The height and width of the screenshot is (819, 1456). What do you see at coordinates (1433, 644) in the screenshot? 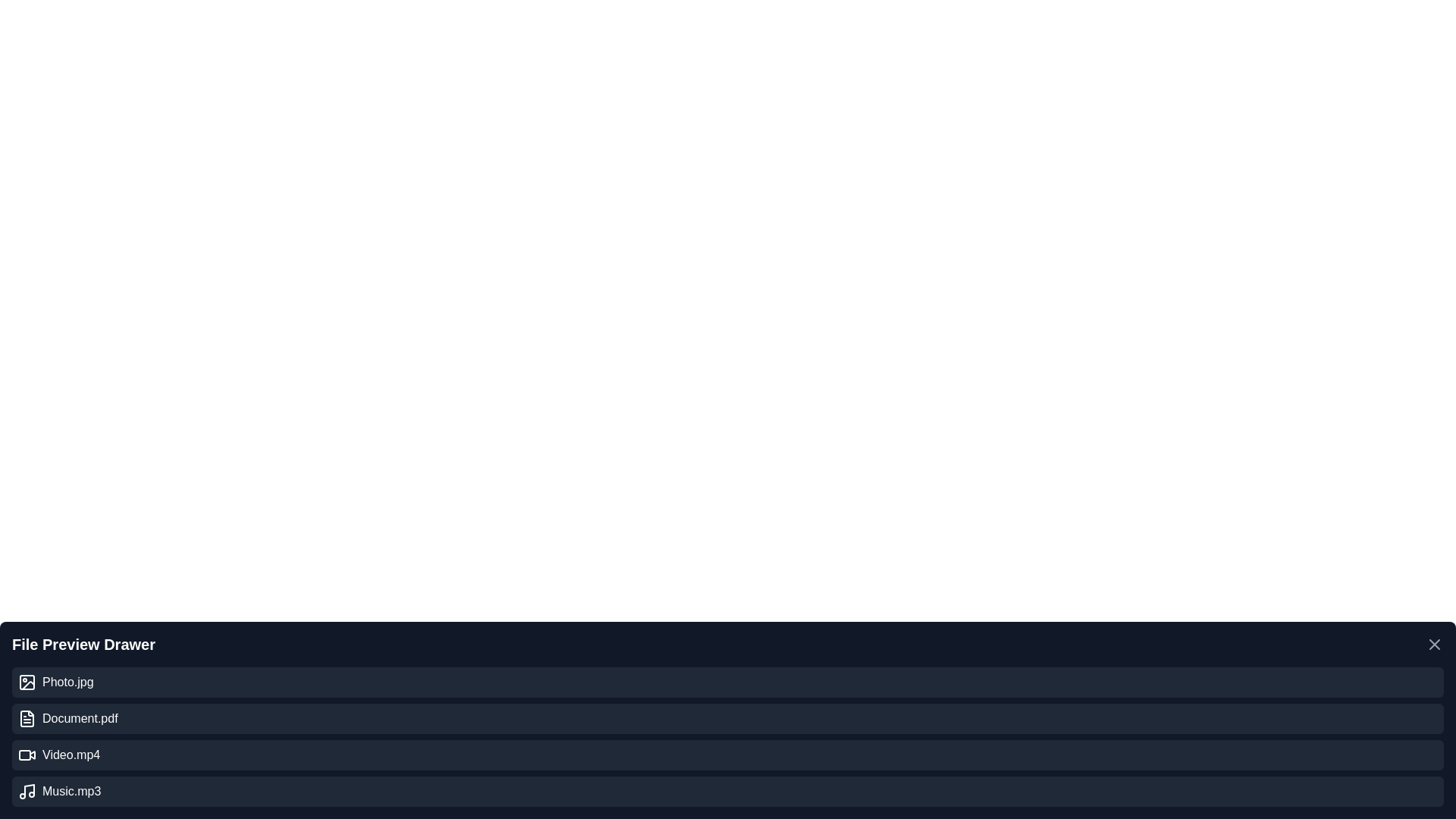
I see `the close button represented by the 'X' symbol in the top-right corner of the viewport` at bounding box center [1433, 644].